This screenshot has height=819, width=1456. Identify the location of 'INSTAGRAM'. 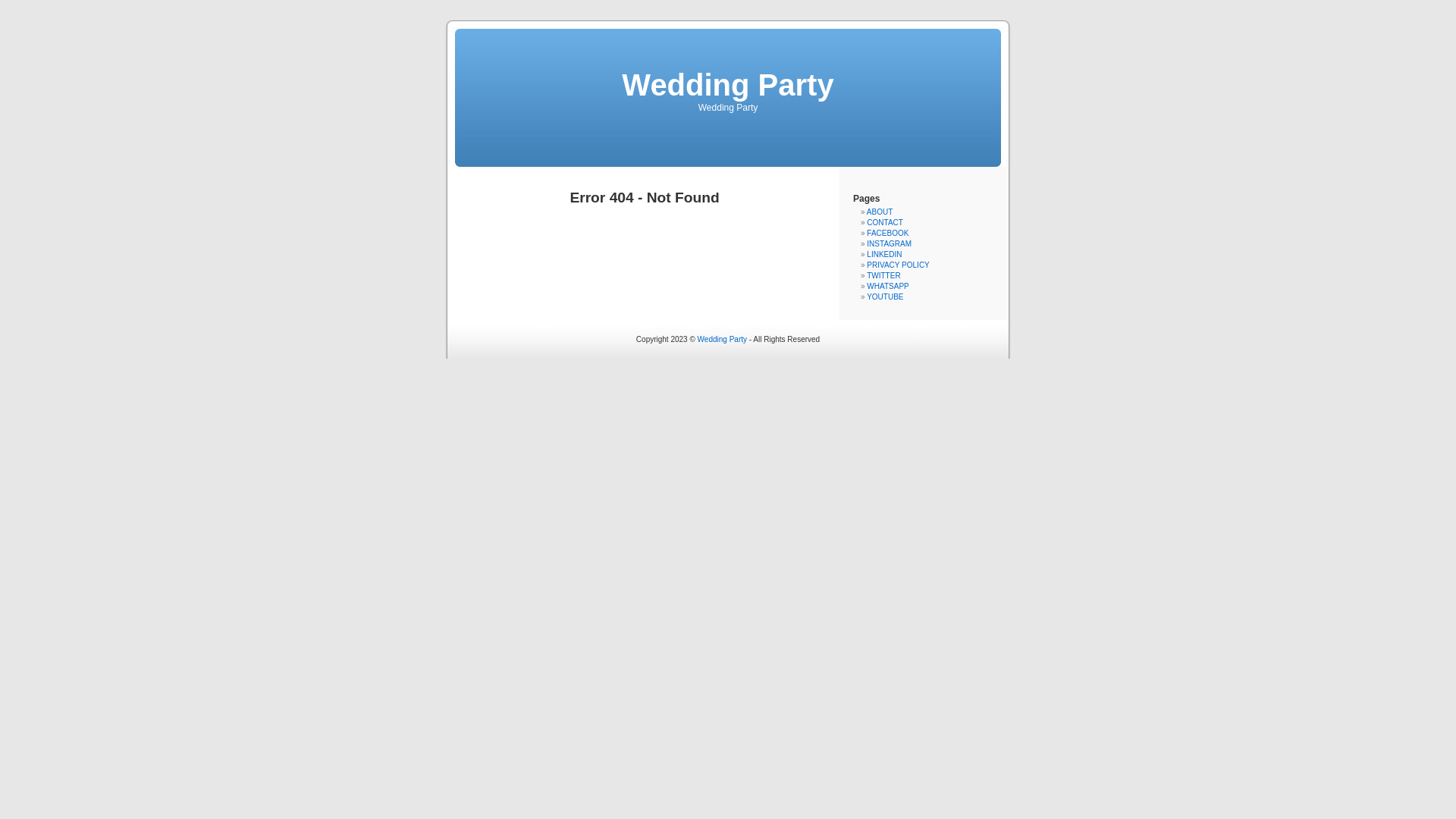
(889, 243).